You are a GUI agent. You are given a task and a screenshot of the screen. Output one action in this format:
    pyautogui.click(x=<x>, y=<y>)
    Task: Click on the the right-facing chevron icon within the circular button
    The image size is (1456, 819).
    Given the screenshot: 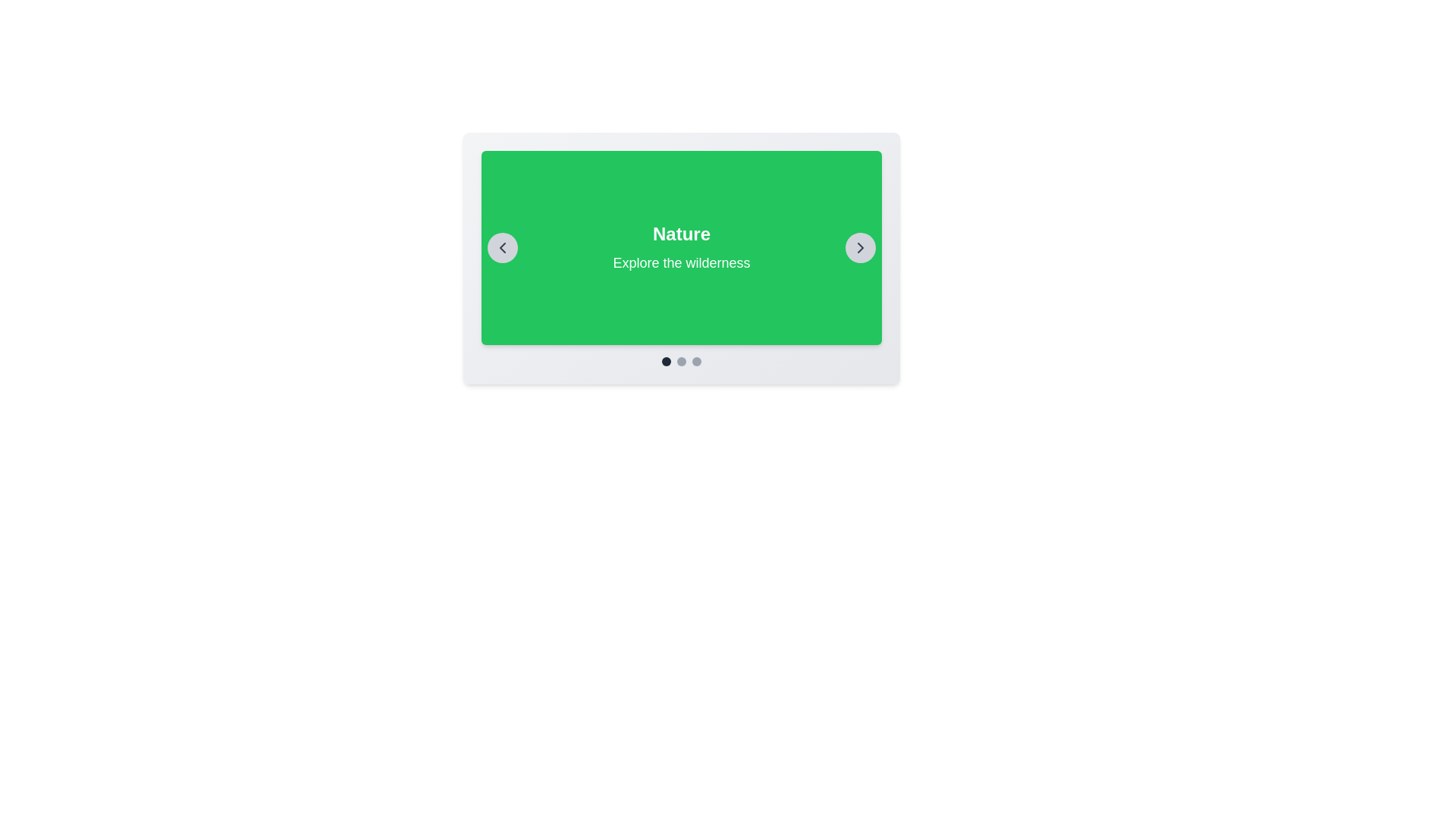 What is the action you would take?
    pyautogui.click(x=860, y=247)
    